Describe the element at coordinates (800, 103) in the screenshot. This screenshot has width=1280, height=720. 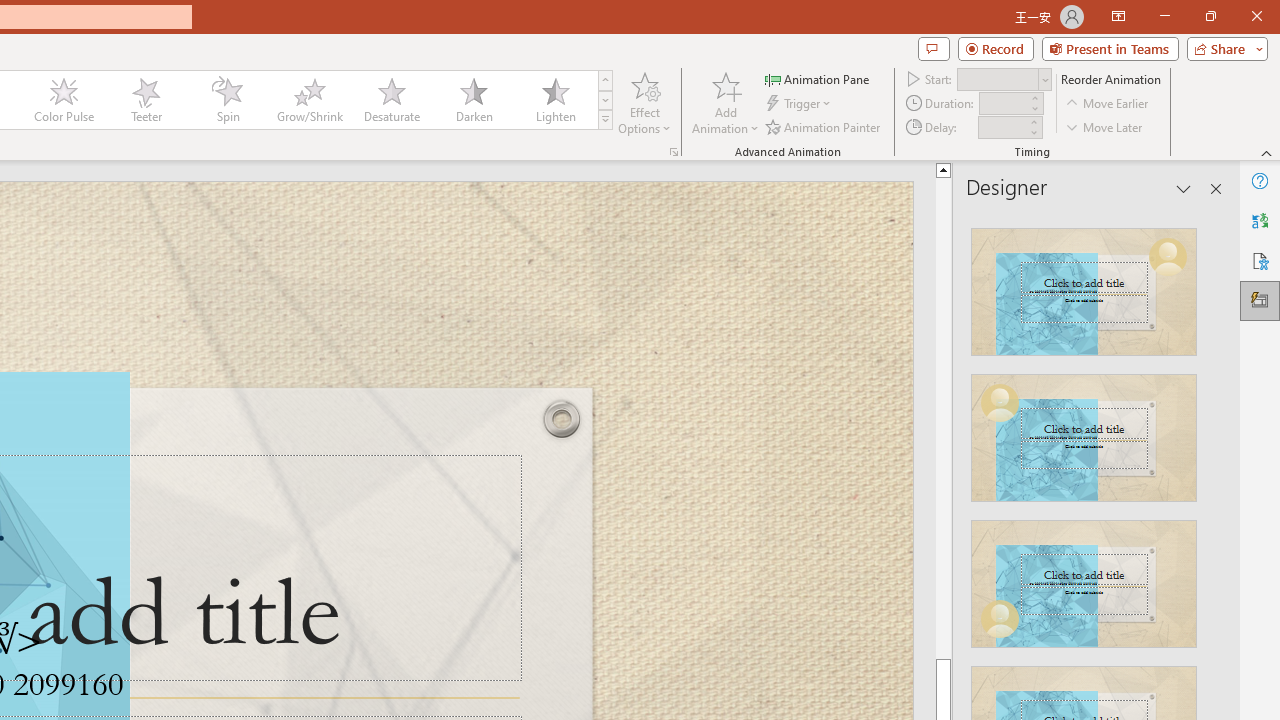
I see `'Trigger'` at that location.